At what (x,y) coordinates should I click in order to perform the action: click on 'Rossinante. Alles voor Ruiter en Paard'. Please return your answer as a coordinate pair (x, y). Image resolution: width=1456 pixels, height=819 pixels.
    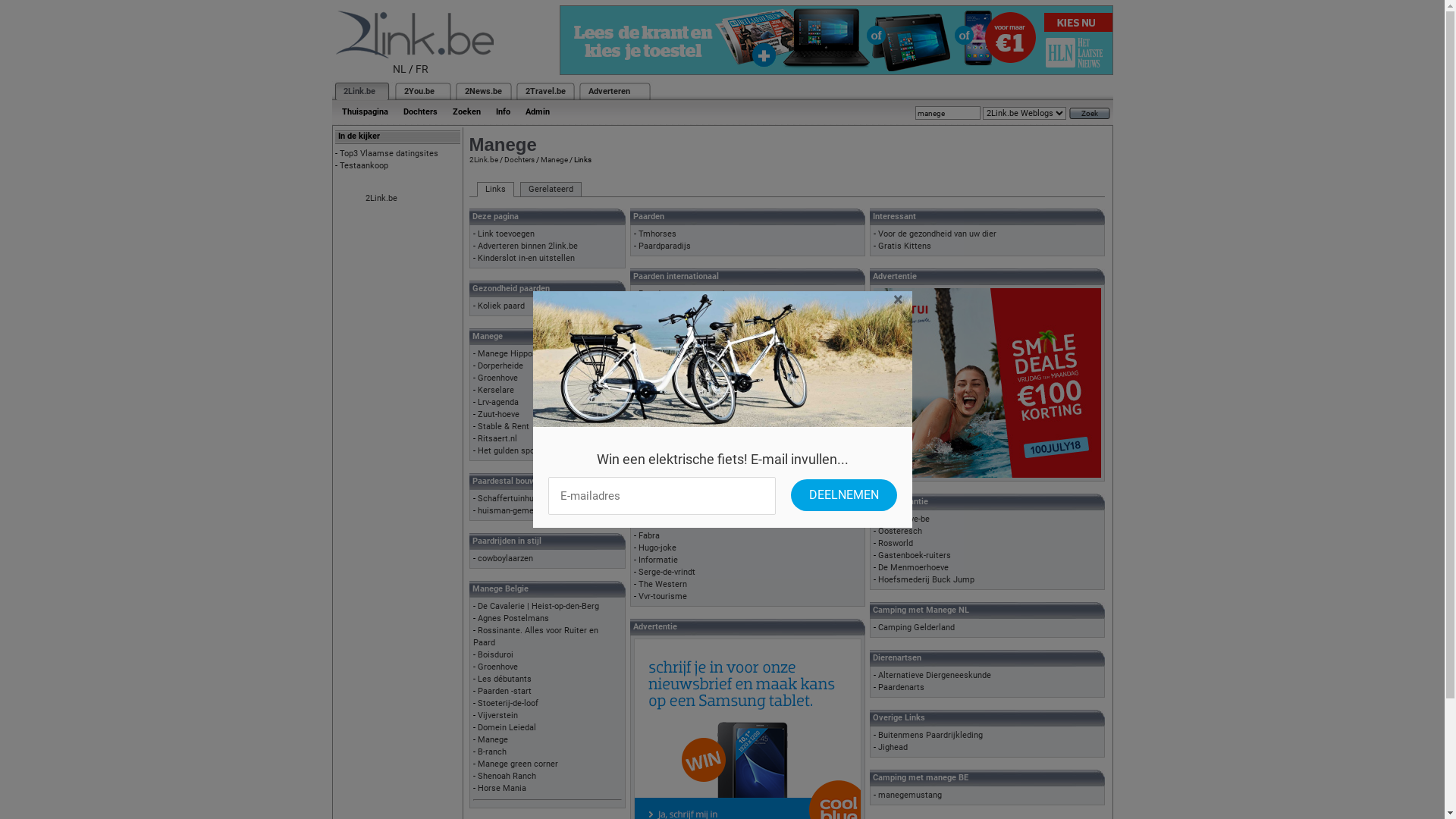
    Looking at the image, I should click on (472, 636).